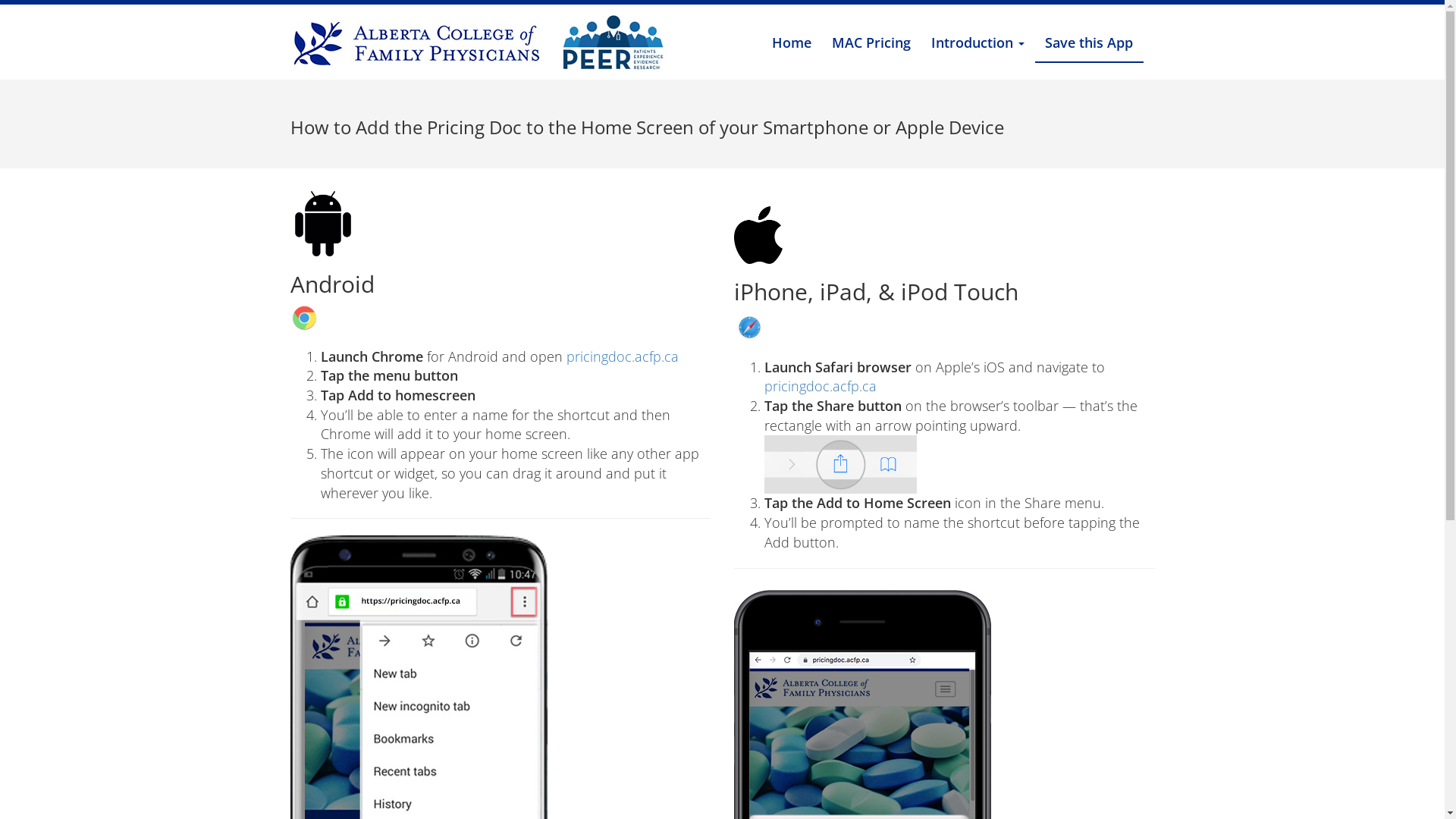 This screenshot has width=1456, height=819. What do you see at coordinates (977, 42) in the screenshot?
I see `'Introduction'` at bounding box center [977, 42].